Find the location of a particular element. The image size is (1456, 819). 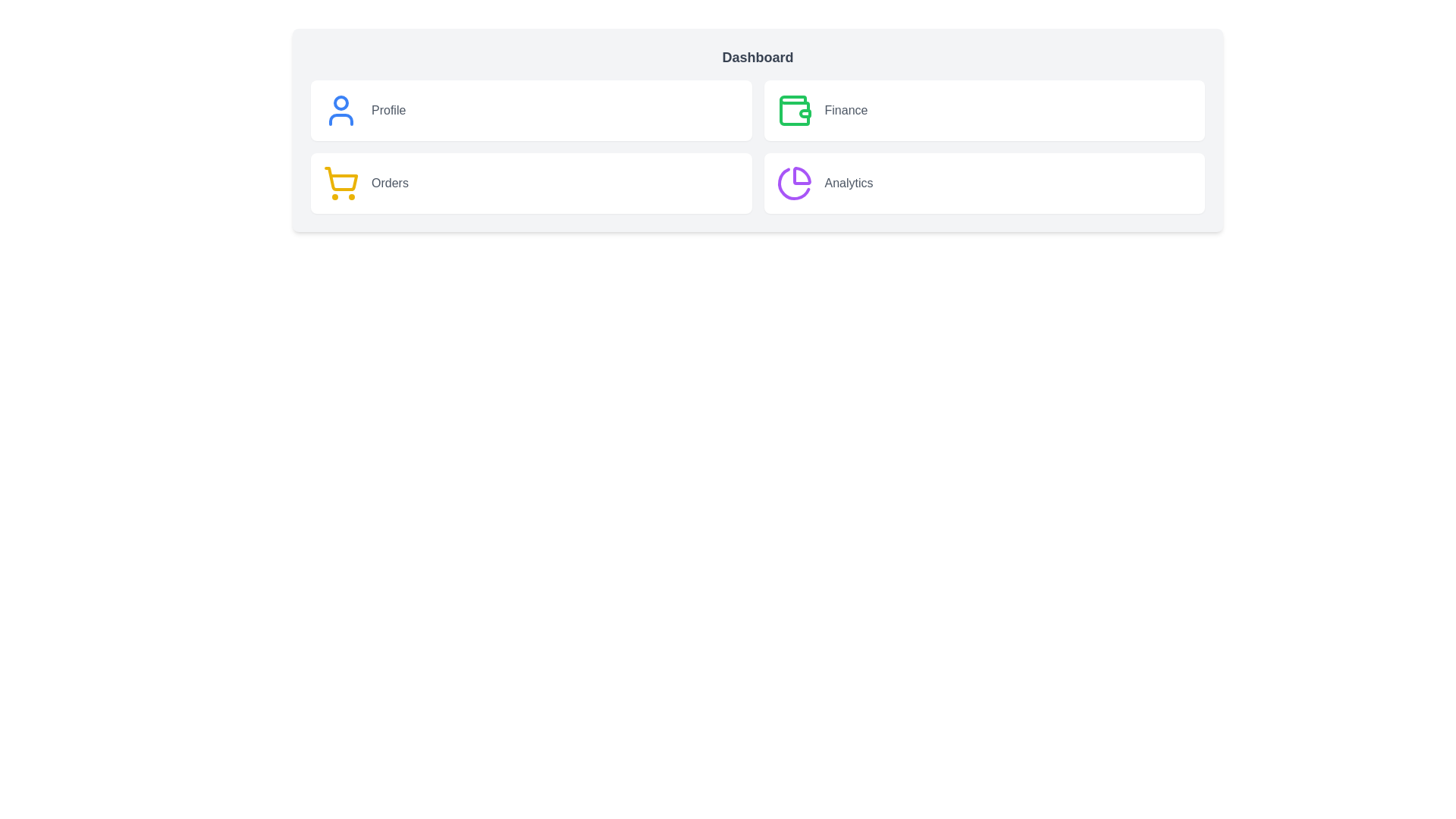

the circular element representing the user's head in the profile icon located at the top of the SVG graphic in the upper-left corner of the main dashboard area is located at coordinates (340, 102).